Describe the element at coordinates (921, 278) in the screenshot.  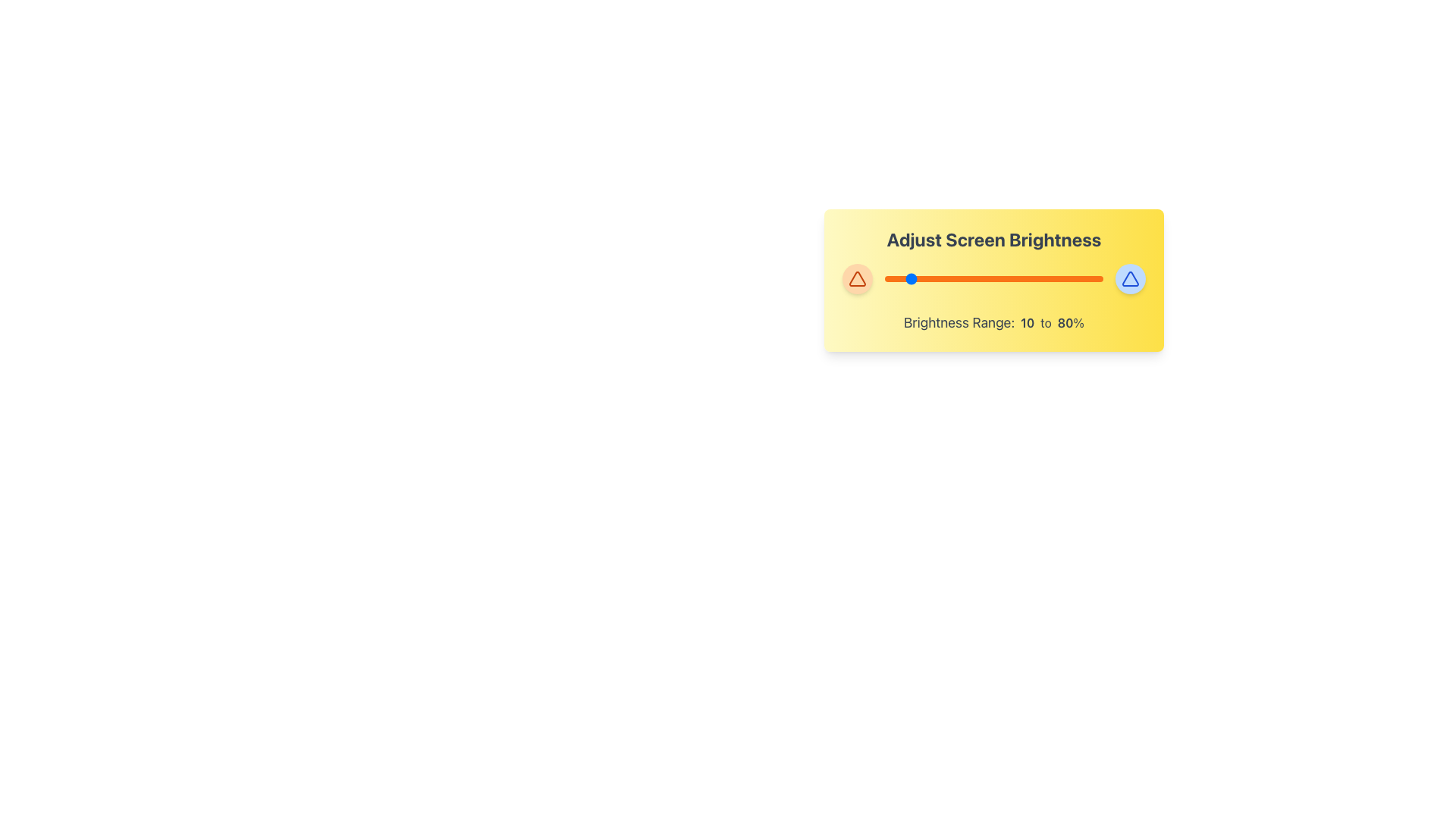
I see `brightness` at that location.